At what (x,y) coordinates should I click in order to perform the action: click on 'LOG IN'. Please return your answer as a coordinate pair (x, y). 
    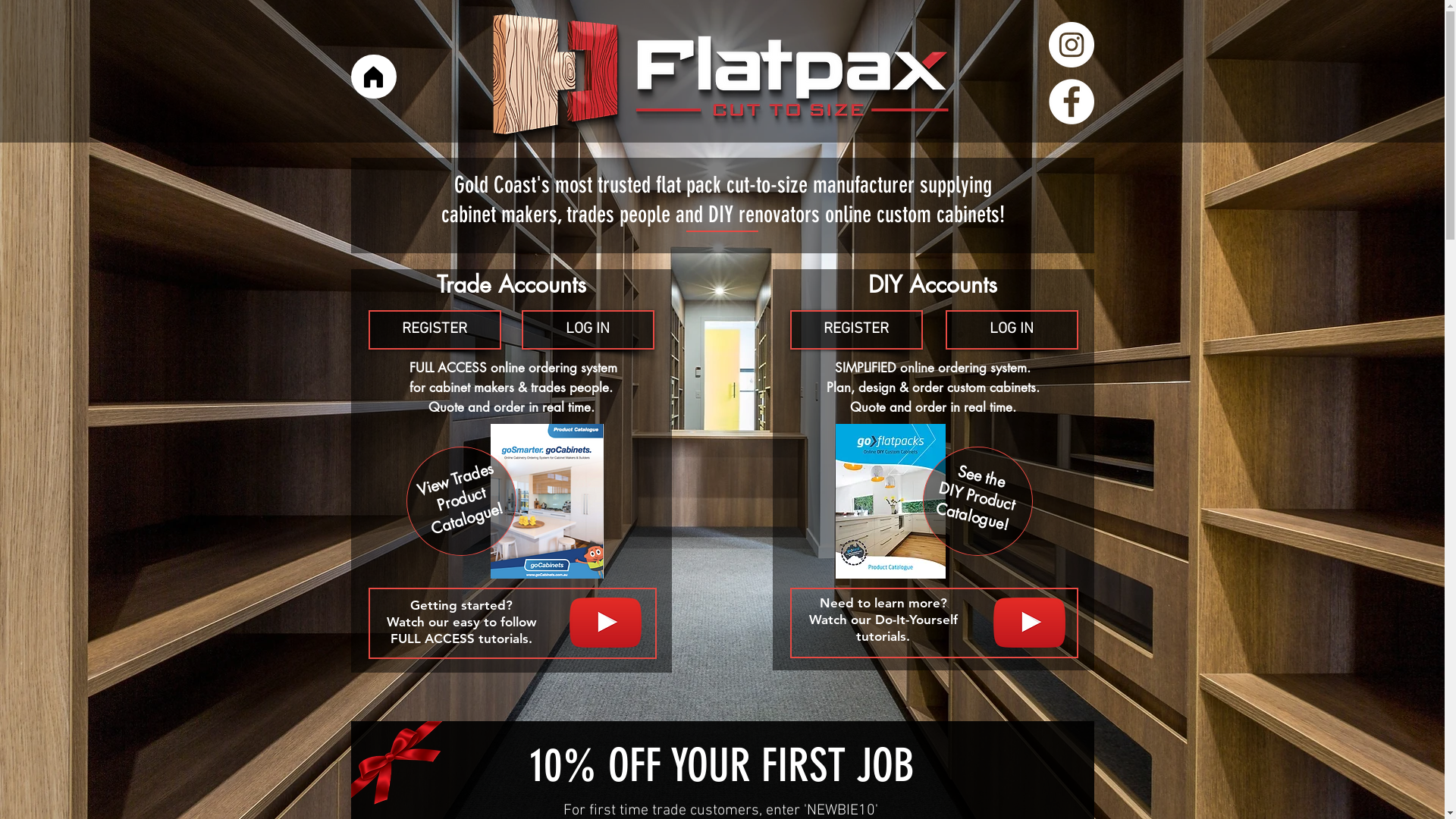
    Looking at the image, I should click on (1011, 329).